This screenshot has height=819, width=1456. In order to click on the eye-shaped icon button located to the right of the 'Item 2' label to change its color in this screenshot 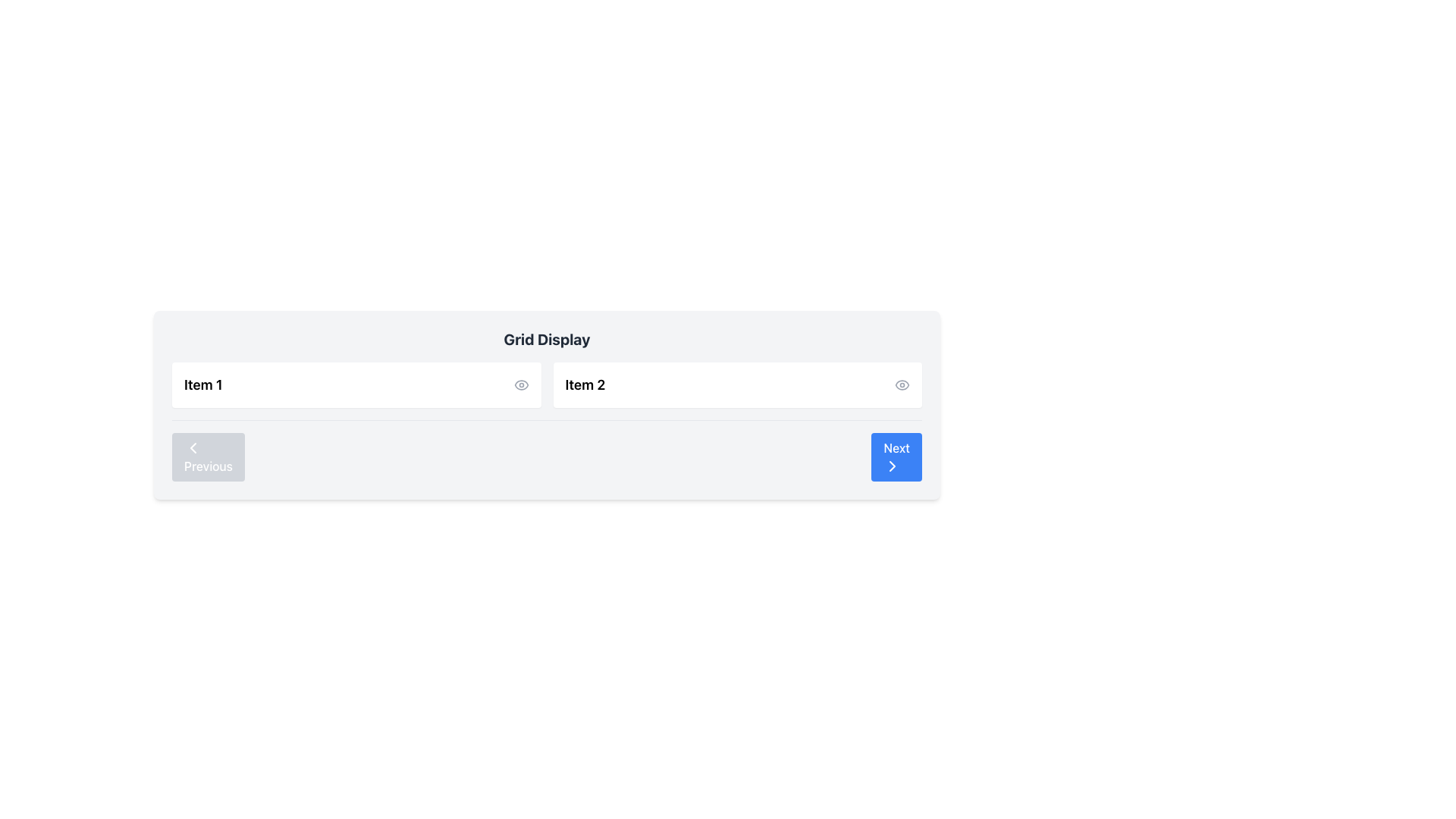, I will do `click(902, 384)`.